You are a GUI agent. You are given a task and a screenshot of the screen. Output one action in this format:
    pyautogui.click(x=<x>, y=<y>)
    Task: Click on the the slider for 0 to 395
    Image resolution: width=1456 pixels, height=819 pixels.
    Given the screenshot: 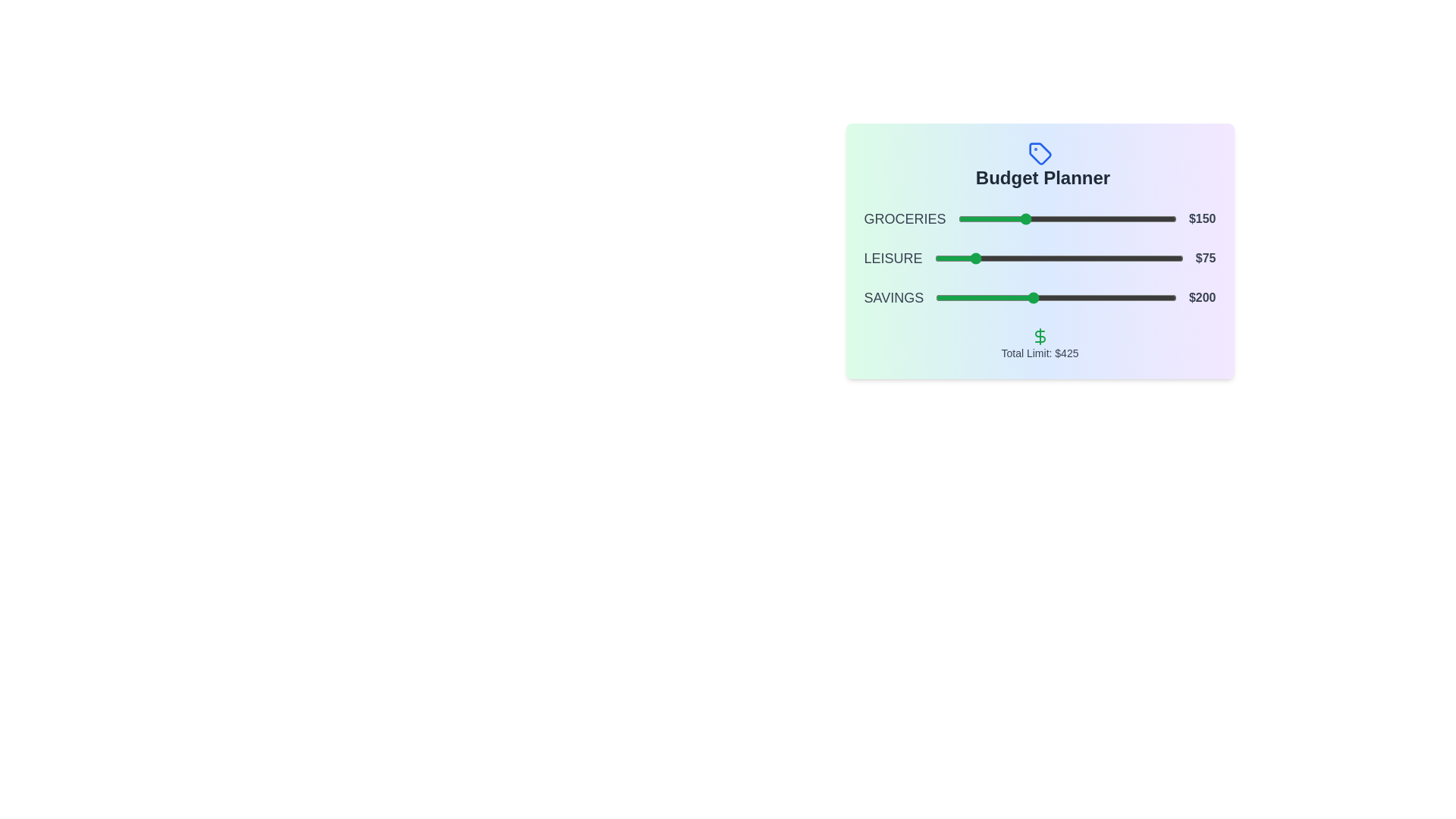 What is the action you would take?
    pyautogui.click(x=1131, y=219)
    